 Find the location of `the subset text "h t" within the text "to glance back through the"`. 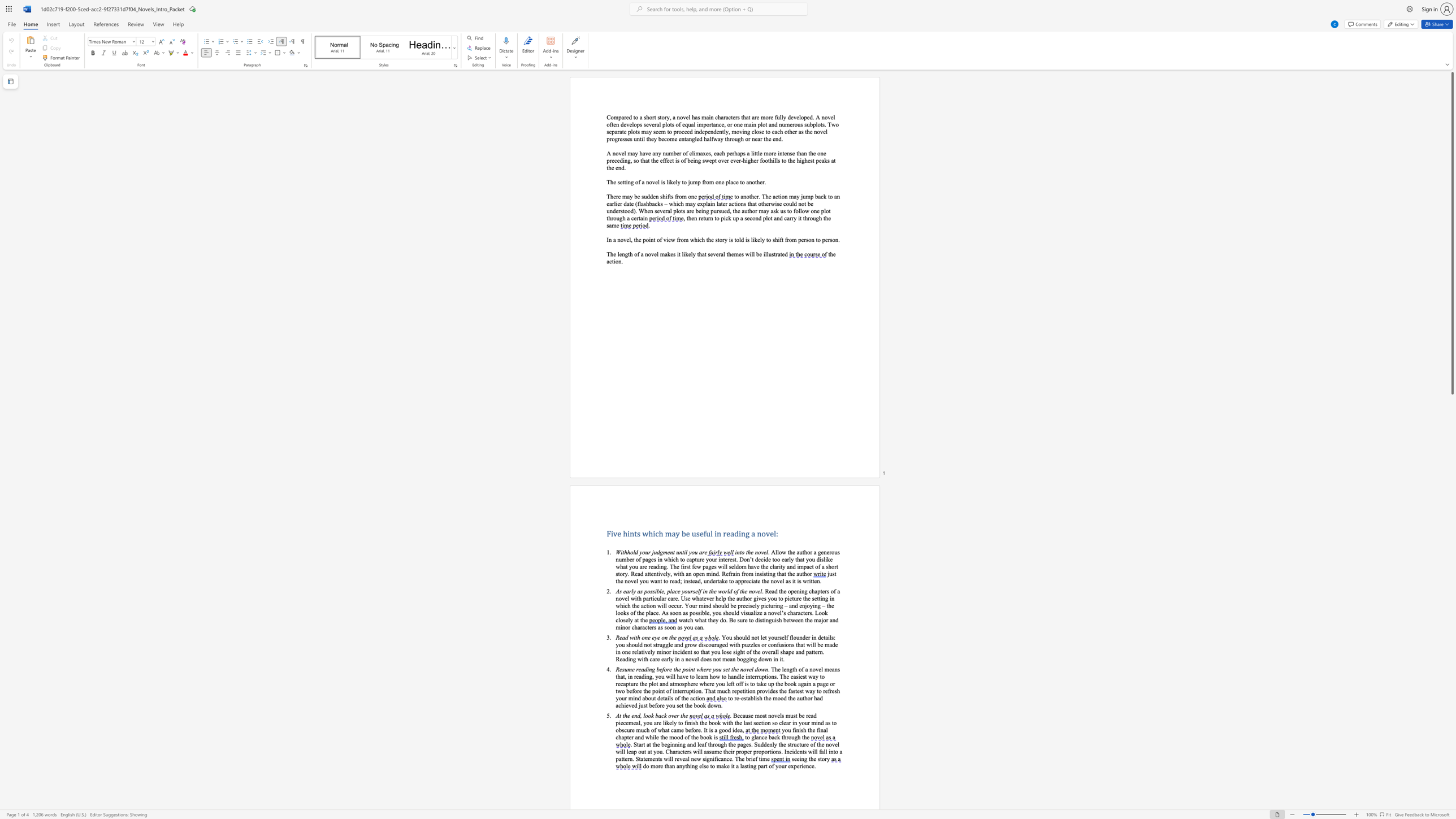

the subset text "h t" within the text "to glance back through the" is located at coordinates (798, 736).